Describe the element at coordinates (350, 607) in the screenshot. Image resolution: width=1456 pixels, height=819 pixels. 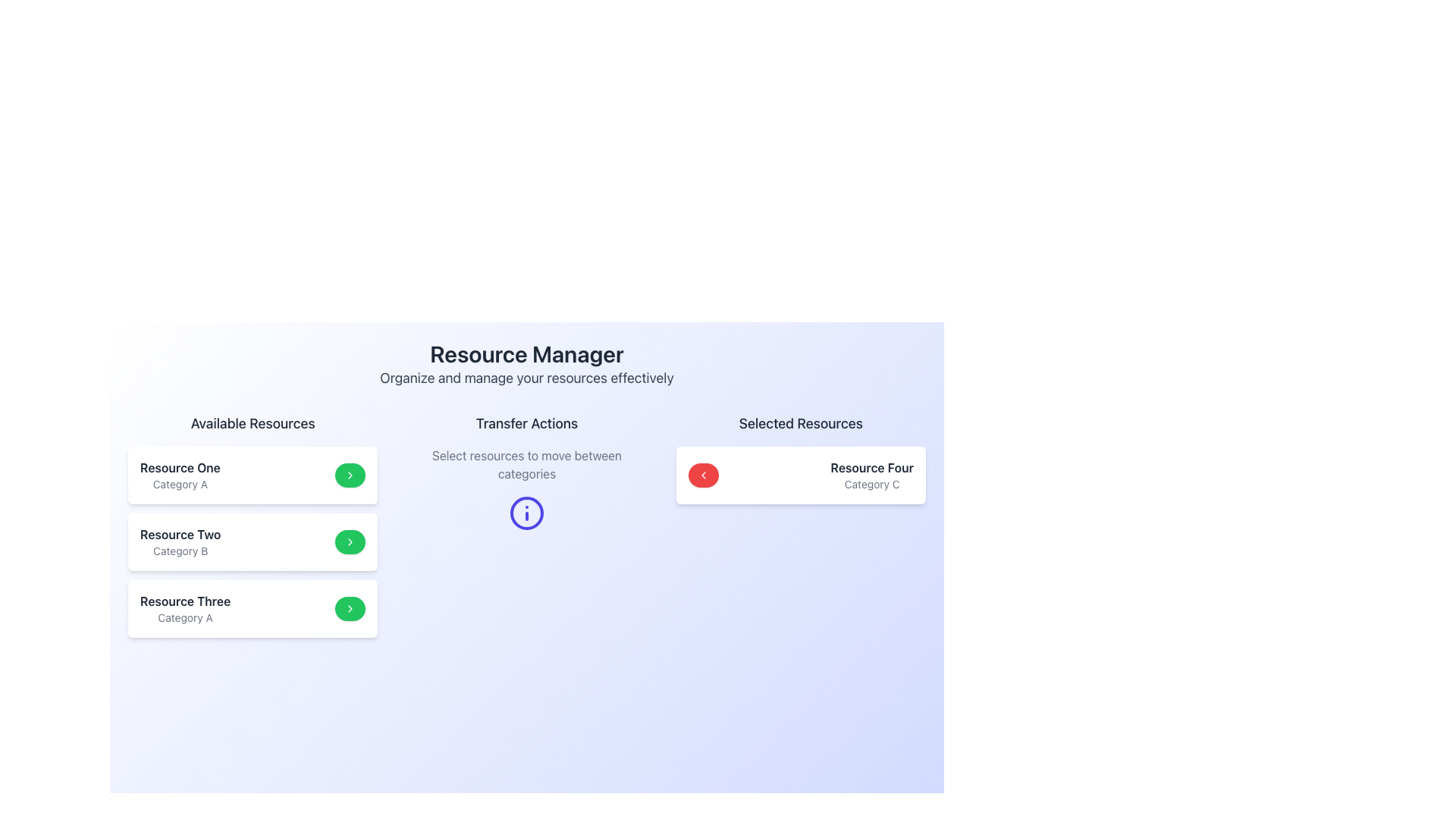
I see `the third button in the 'Available Resources' section, located at the bottom-right corner of the 'Resource Three, Category A' card` at that location.